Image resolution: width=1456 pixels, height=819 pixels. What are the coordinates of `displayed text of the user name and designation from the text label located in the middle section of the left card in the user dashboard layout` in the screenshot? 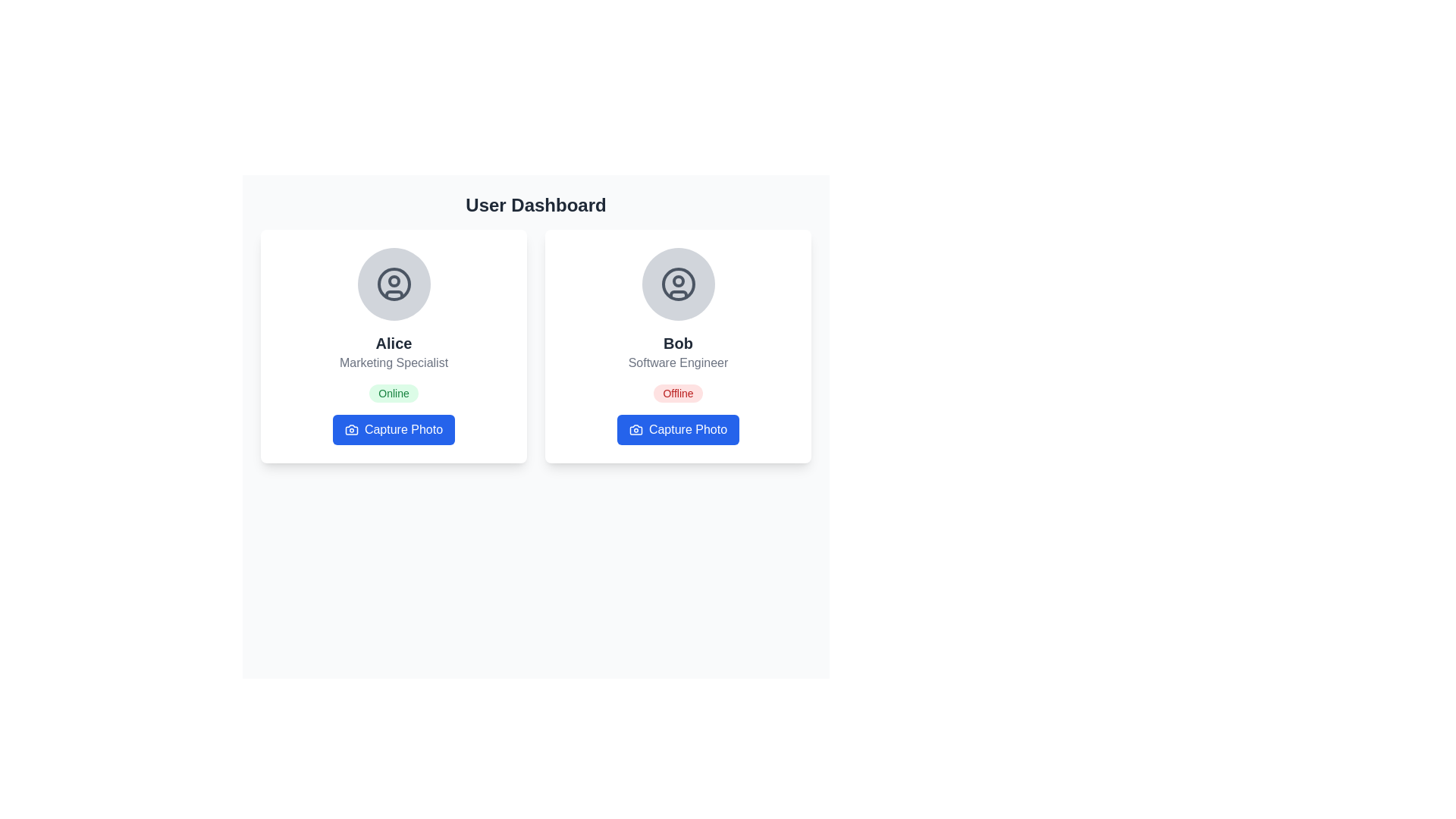 It's located at (394, 353).